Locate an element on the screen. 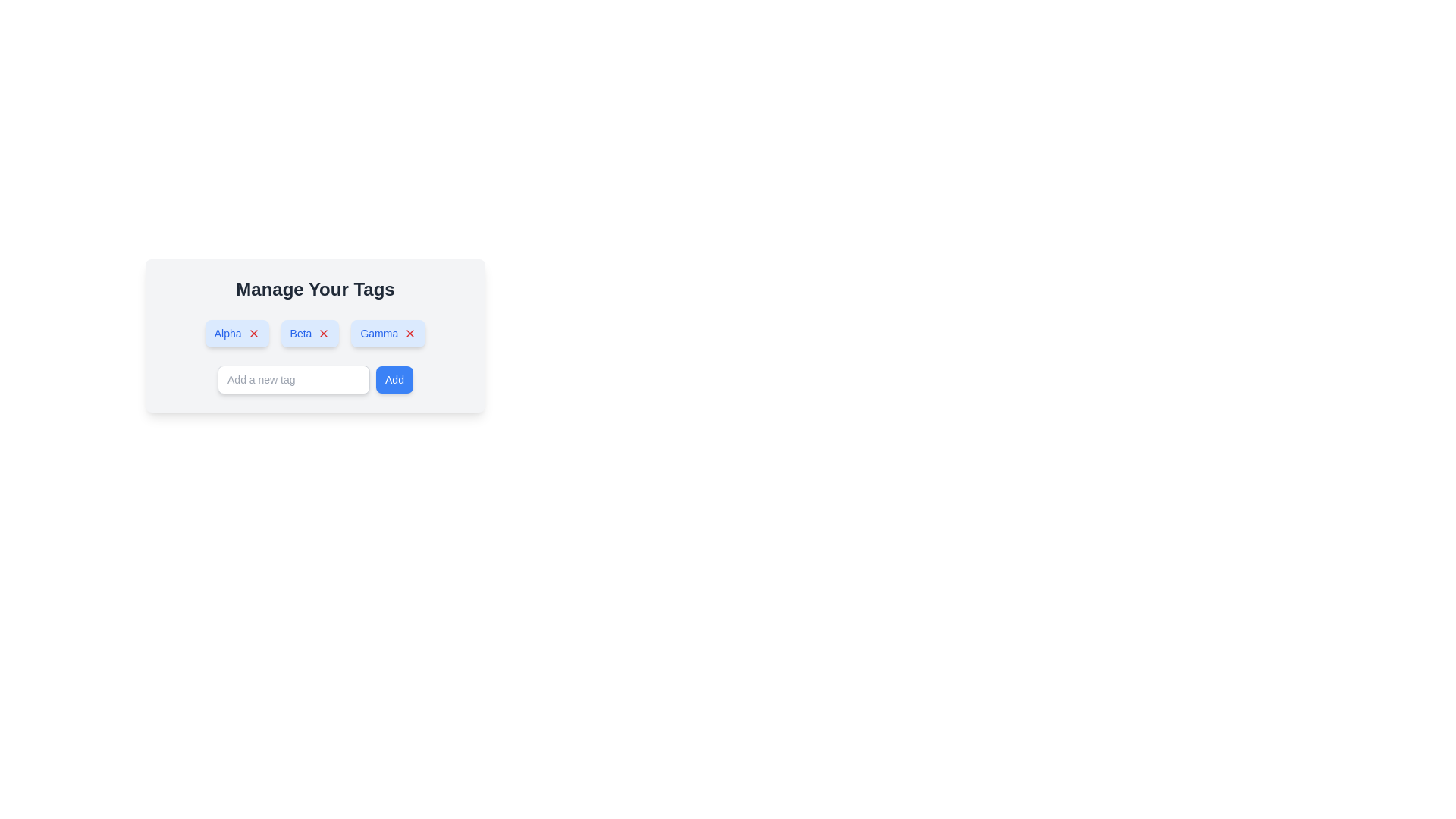 This screenshot has height=819, width=1456. the 'Beta' button, which is a blue button labeled with white text, positioned is located at coordinates (315, 335).